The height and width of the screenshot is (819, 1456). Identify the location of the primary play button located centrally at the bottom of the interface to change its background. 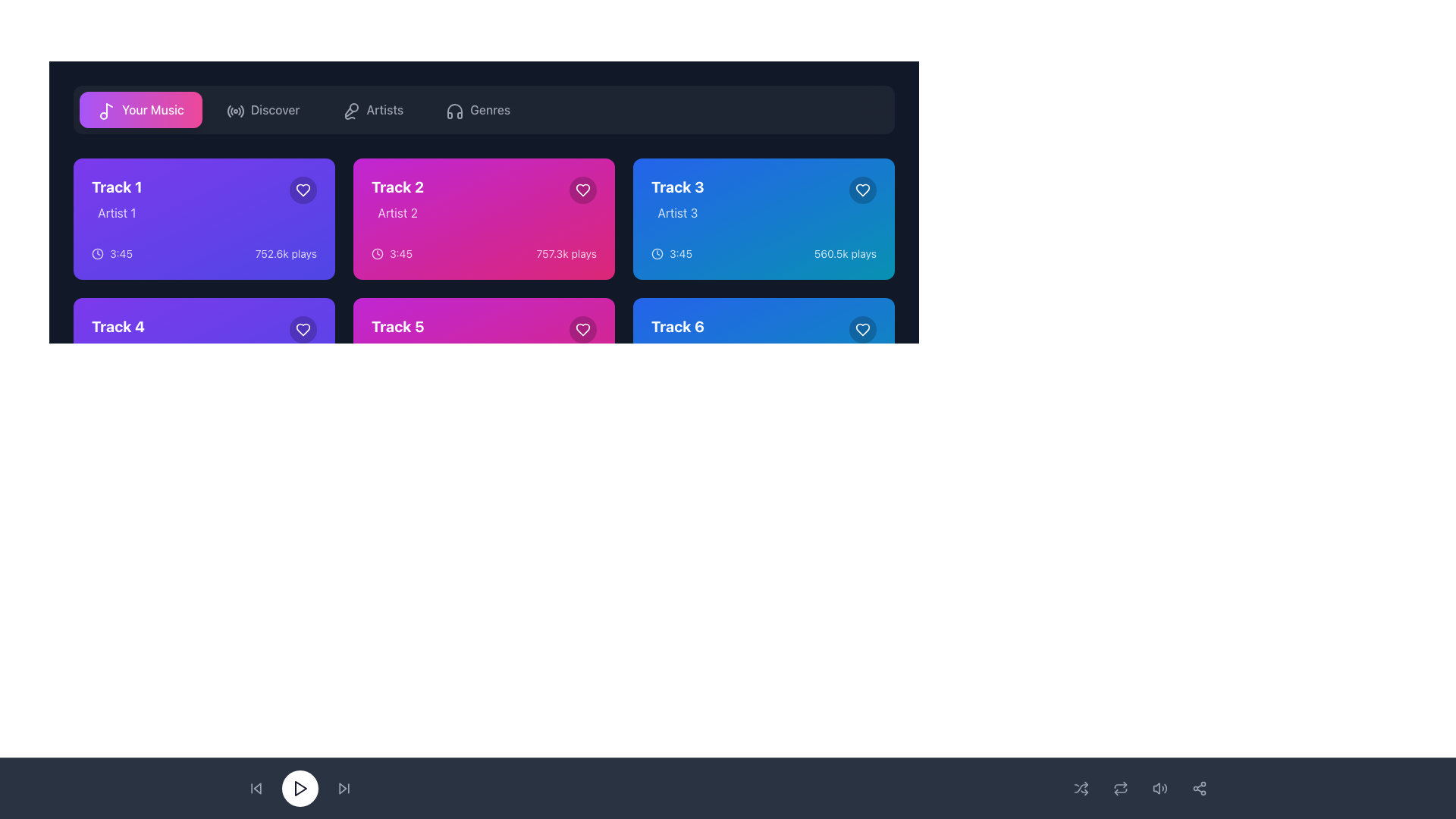
(300, 788).